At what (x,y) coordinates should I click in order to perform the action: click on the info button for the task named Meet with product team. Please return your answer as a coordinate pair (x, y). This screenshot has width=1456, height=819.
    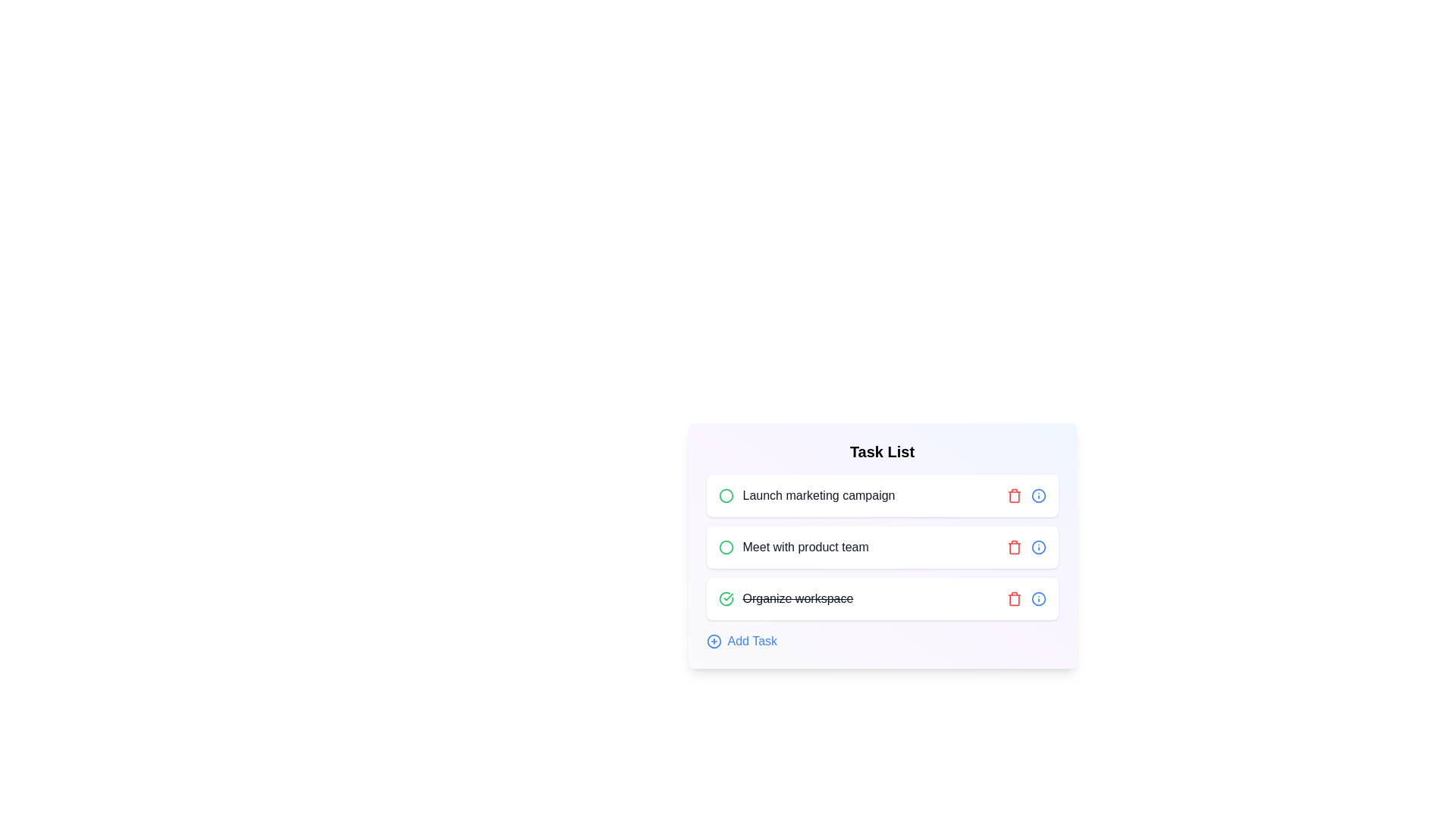
    Looking at the image, I should click on (1037, 547).